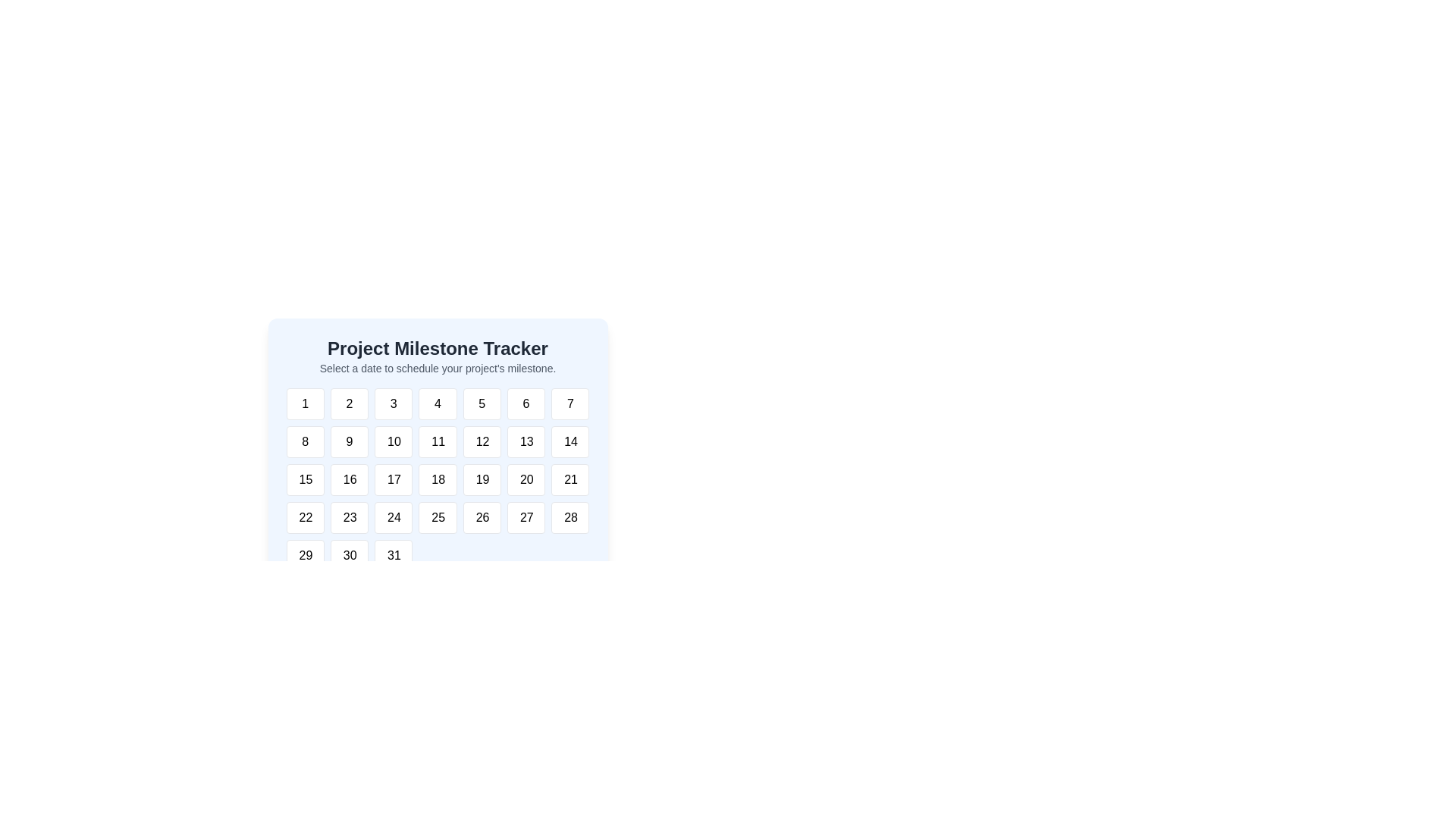 Image resolution: width=1456 pixels, height=819 pixels. I want to click on the date selection button for the date '20' located, so click(526, 479).